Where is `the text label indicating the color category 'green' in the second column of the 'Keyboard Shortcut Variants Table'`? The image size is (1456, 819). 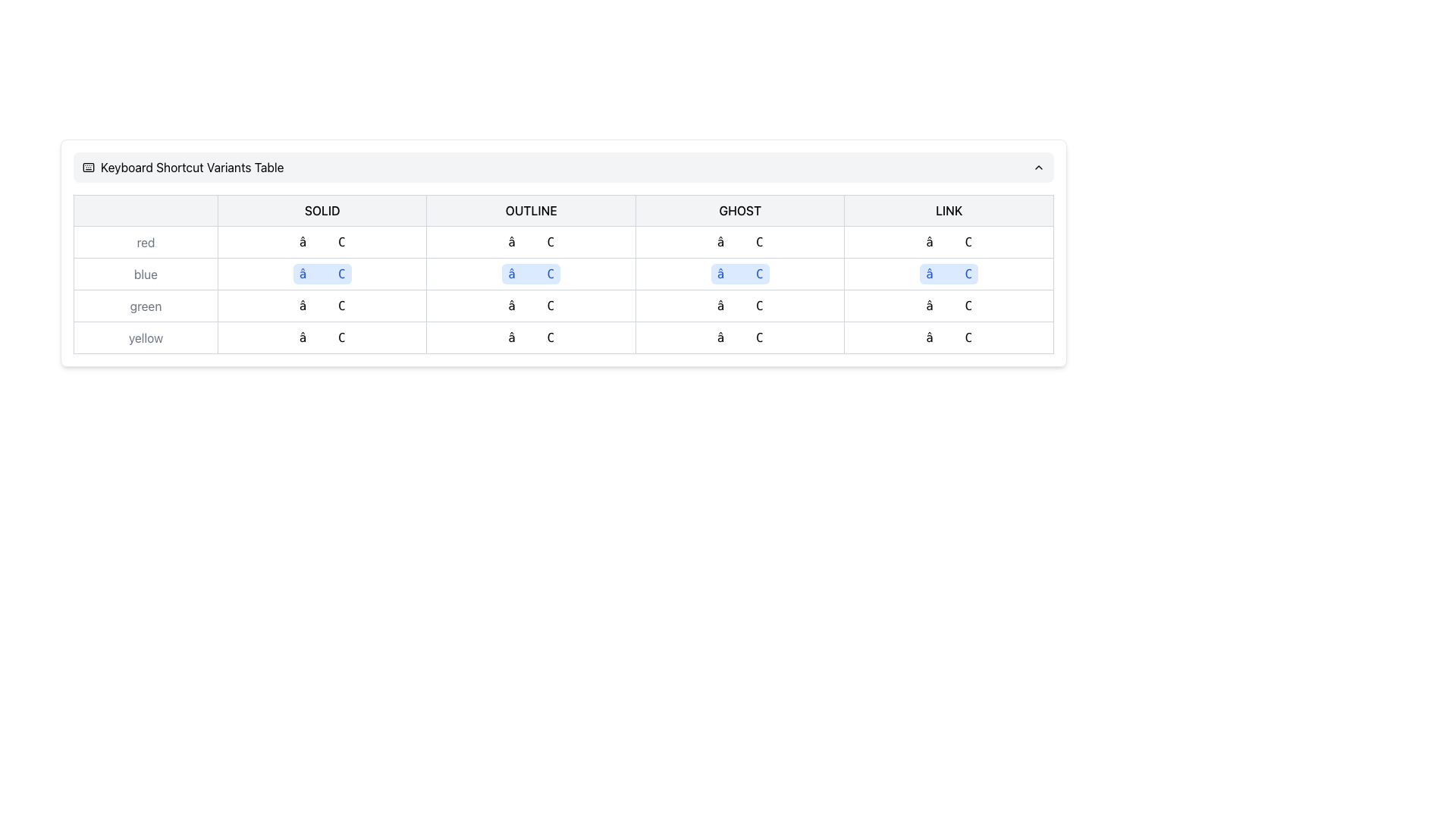 the text label indicating the color category 'green' in the second column of the 'Keyboard Shortcut Variants Table' is located at coordinates (146, 306).